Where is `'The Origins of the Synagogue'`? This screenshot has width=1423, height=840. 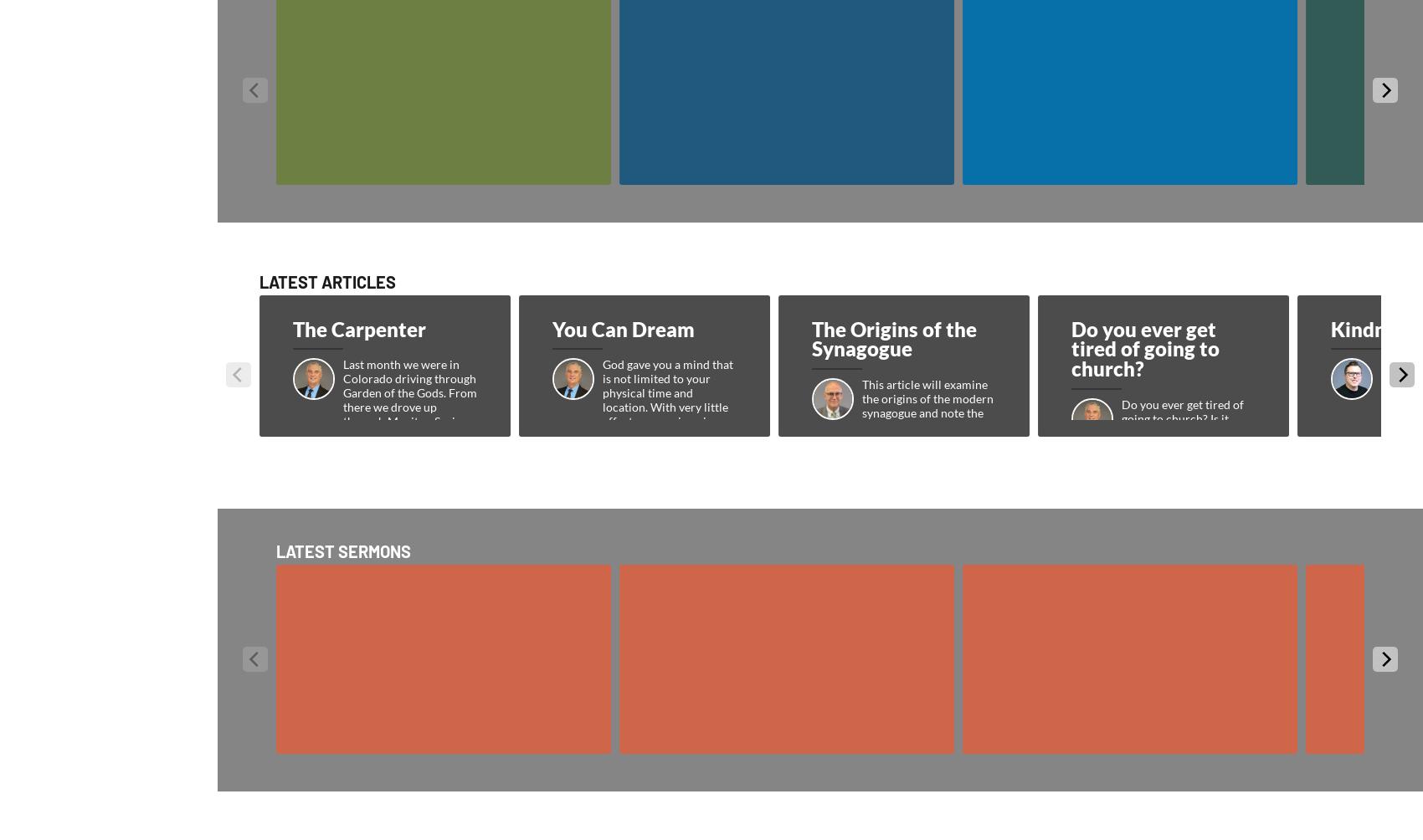 'The Origins of the Synagogue' is located at coordinates (894, 338).